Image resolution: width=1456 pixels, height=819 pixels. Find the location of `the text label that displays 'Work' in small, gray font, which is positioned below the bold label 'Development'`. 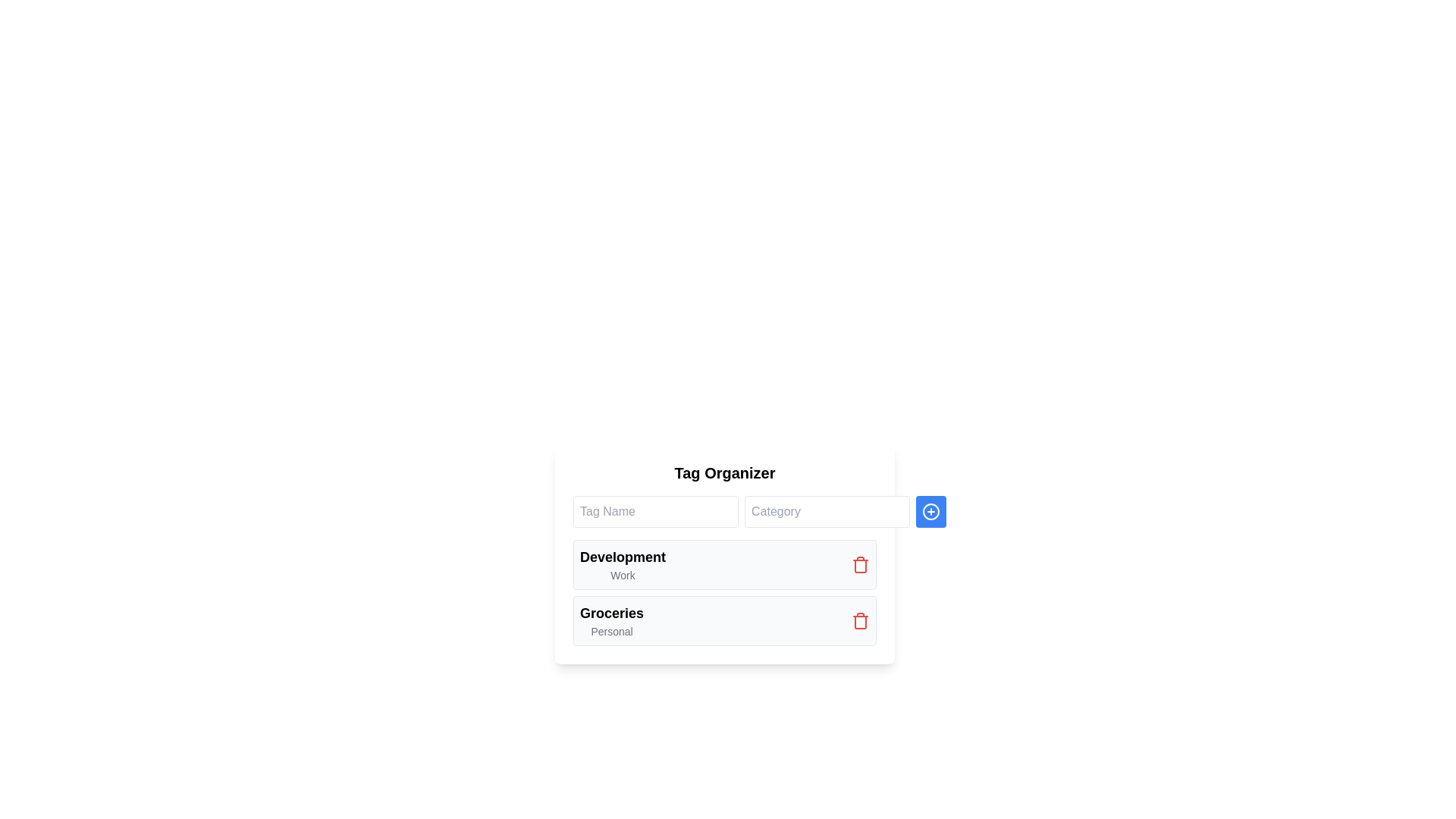

the text label that displays 'Work' in small, gray font, which is positioned below the bold label 'Development' is located at coordinates (623, 576).